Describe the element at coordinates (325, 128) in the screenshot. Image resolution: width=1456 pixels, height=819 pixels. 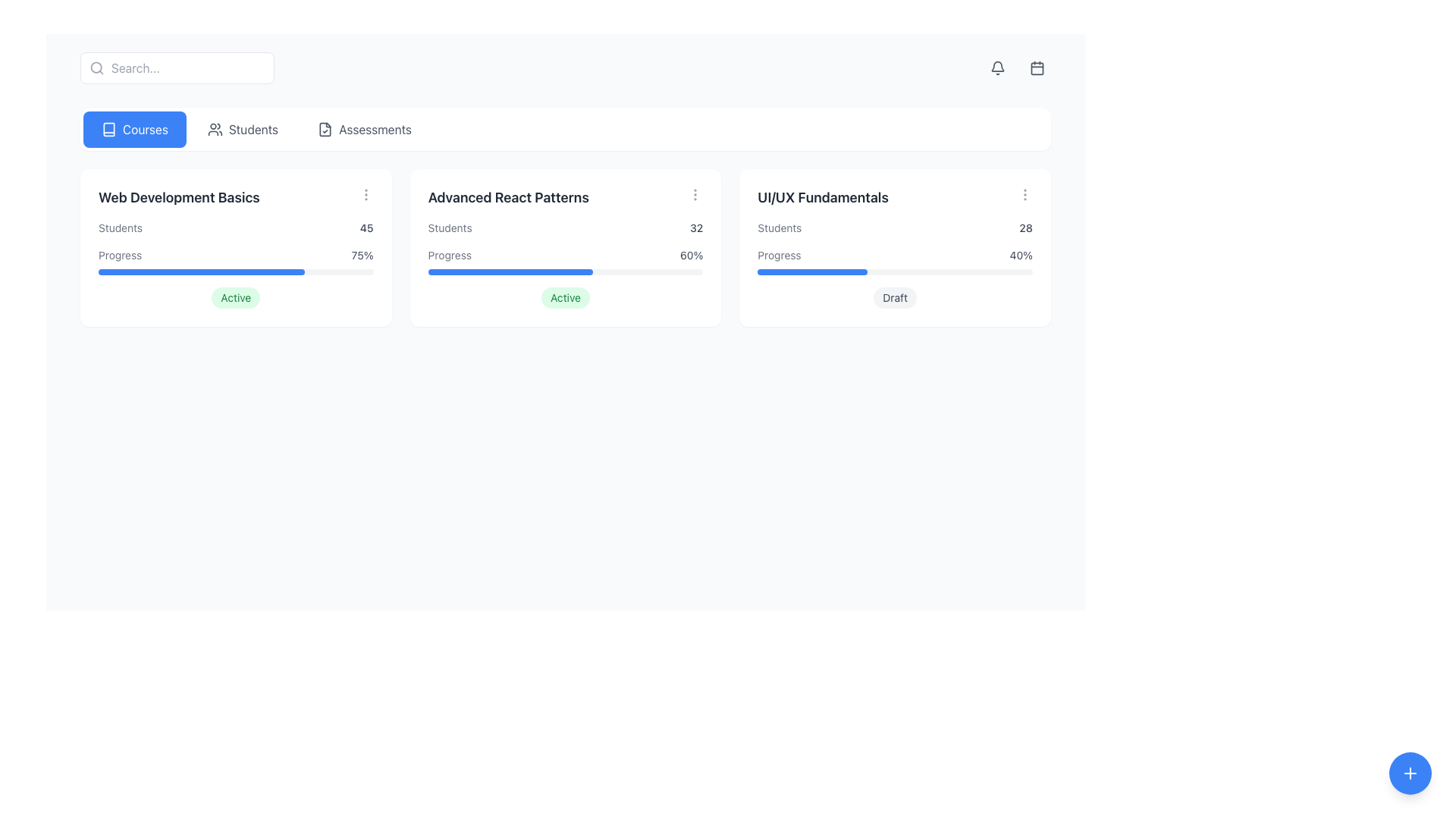
I see `the 'Assessments' icon located in the top center of the navigation bar` at that location.